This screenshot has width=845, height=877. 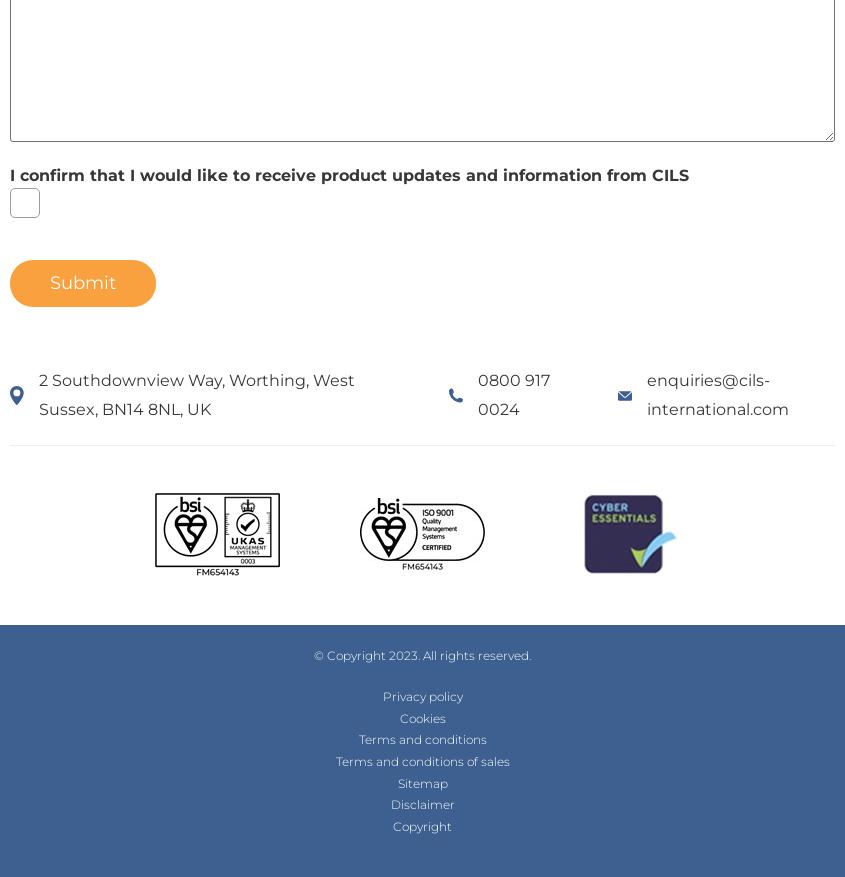 I want to click on 'Cookies', so click(x=420, y=716).